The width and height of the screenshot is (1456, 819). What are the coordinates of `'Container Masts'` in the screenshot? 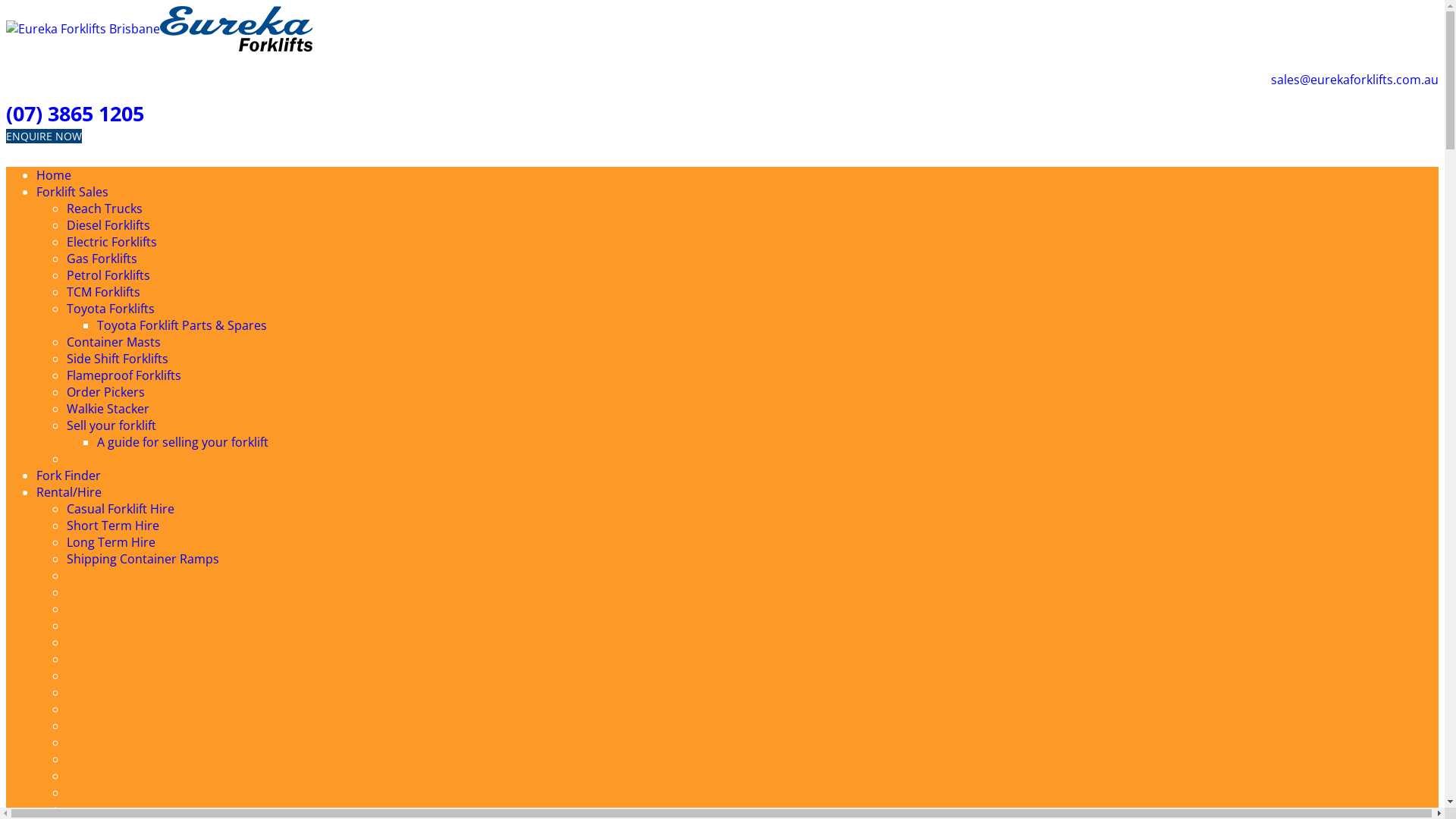 It's located at (112, 342).